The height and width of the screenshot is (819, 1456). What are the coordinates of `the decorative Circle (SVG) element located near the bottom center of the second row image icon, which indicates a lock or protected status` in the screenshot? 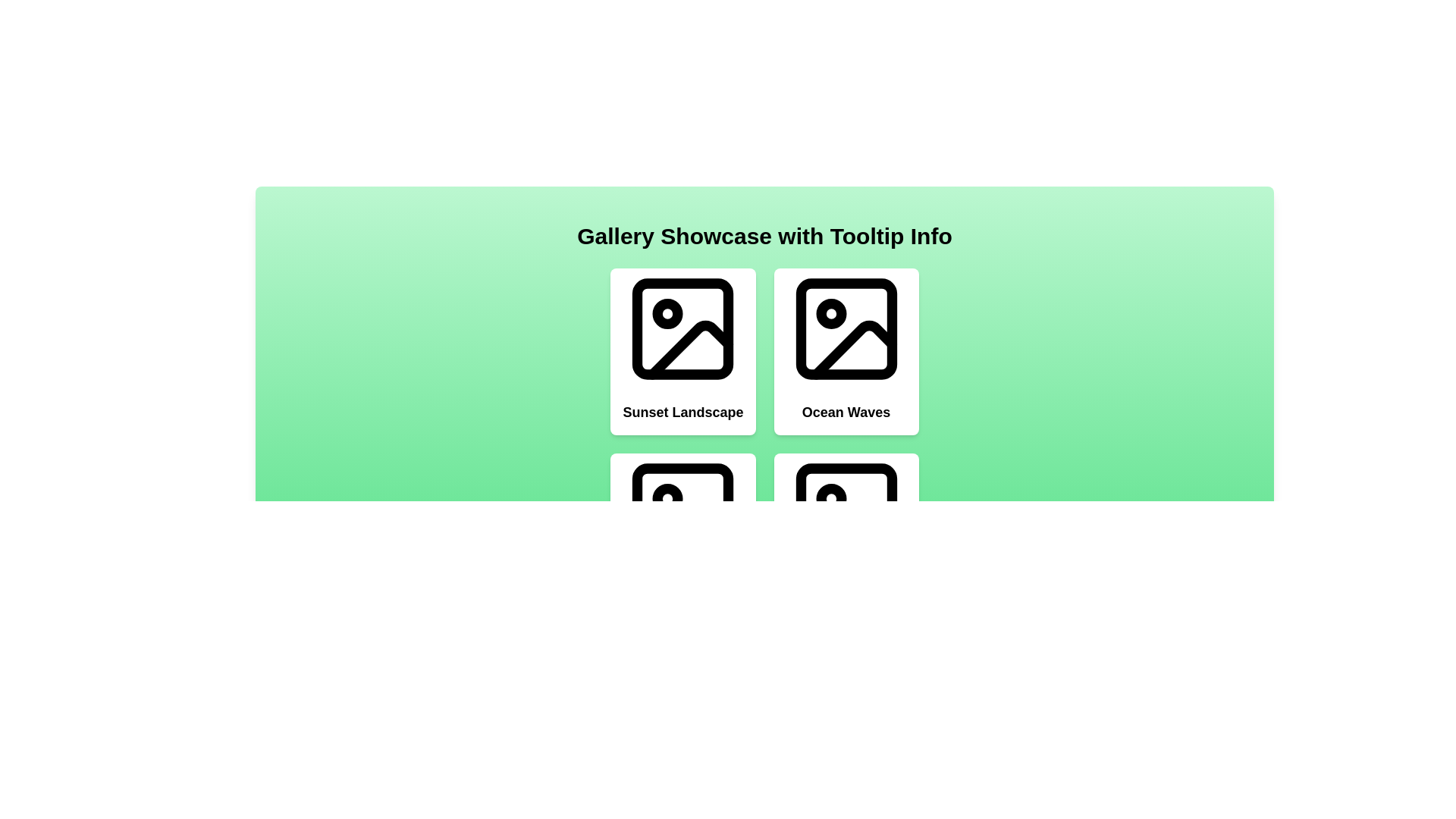 It's located at (830, 499).